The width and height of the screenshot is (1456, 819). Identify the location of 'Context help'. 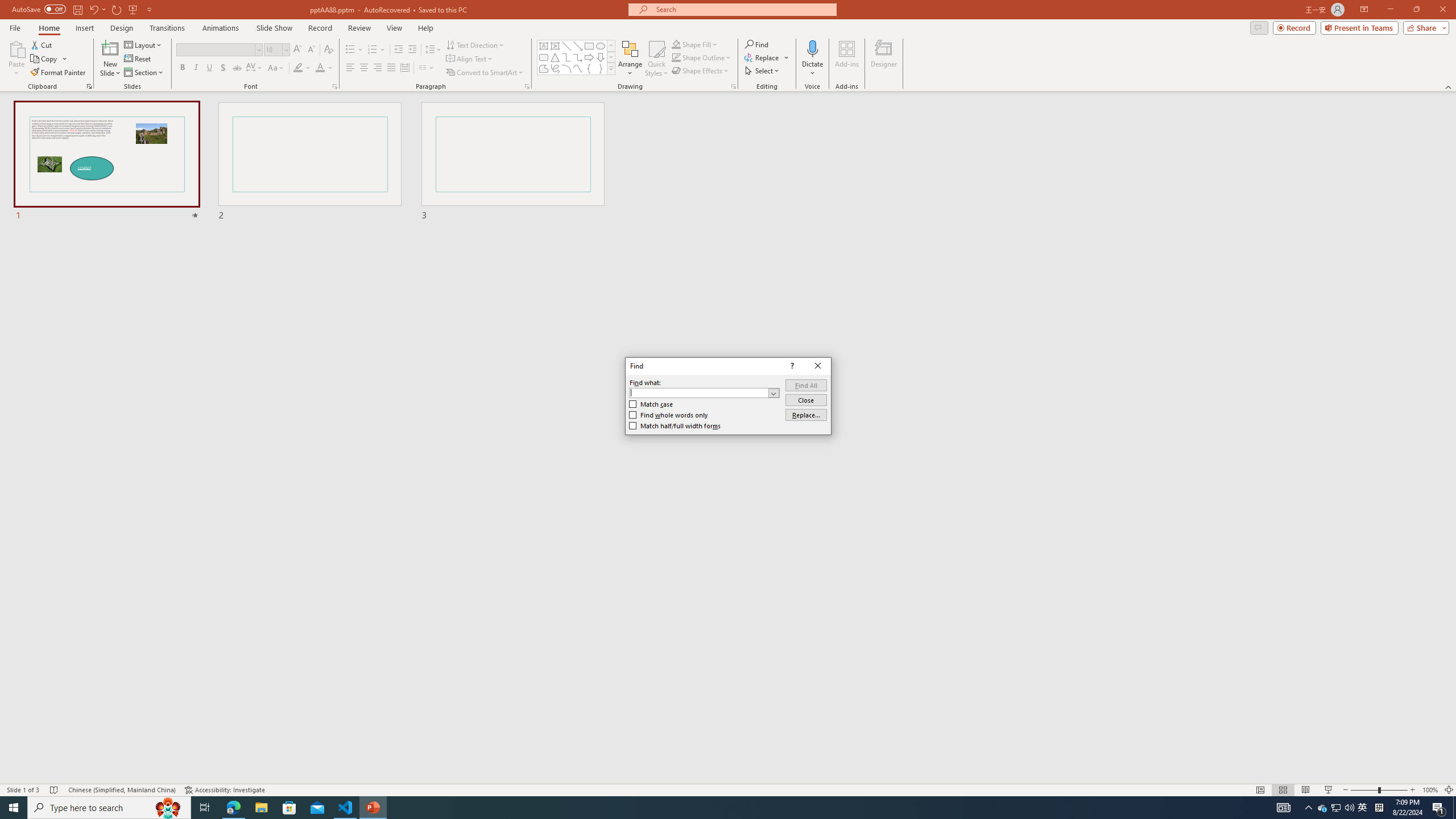
(791, 366).